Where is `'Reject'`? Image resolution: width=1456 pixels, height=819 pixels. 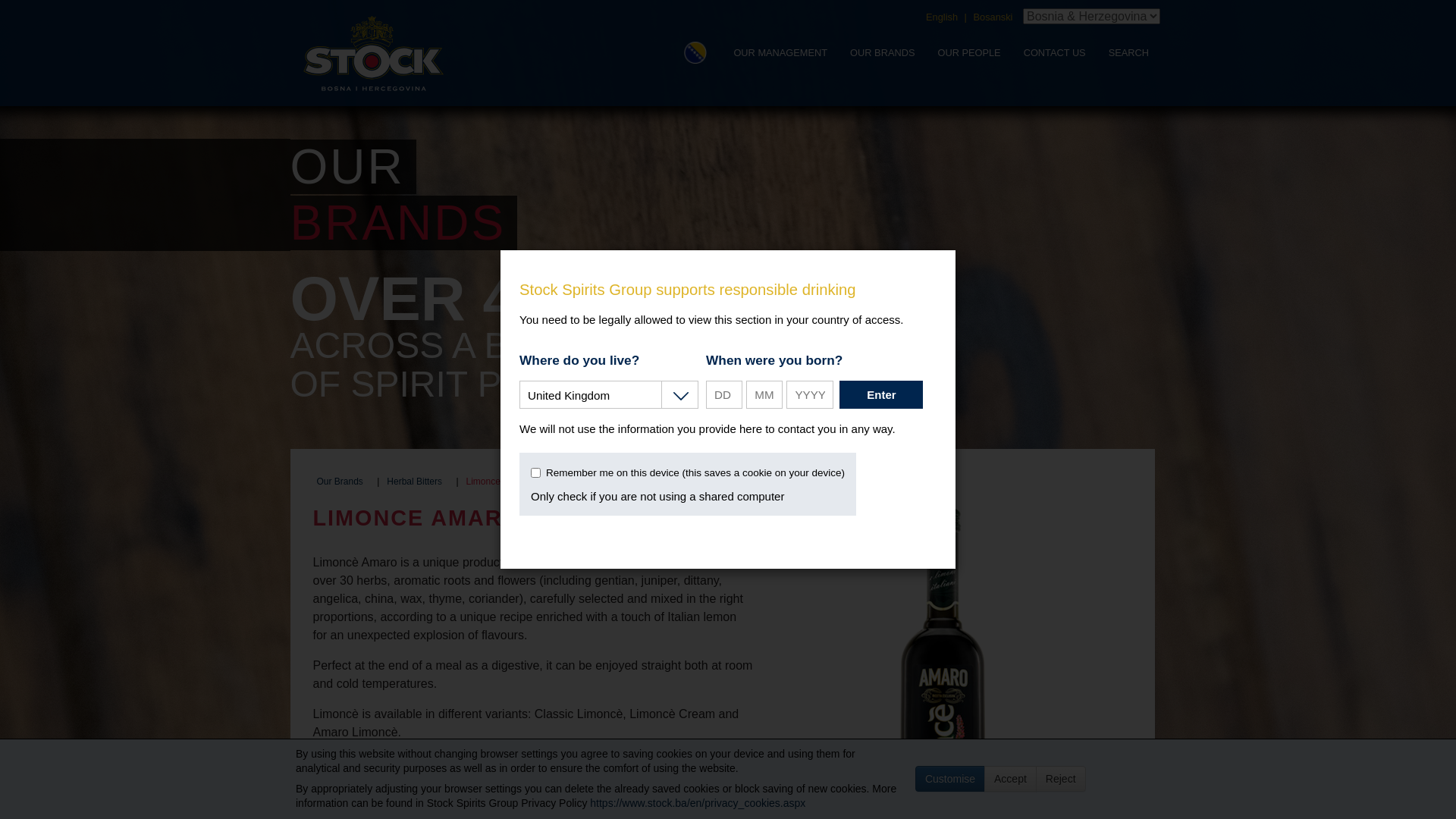 'Reject' is located at coordinates (1059, 778).